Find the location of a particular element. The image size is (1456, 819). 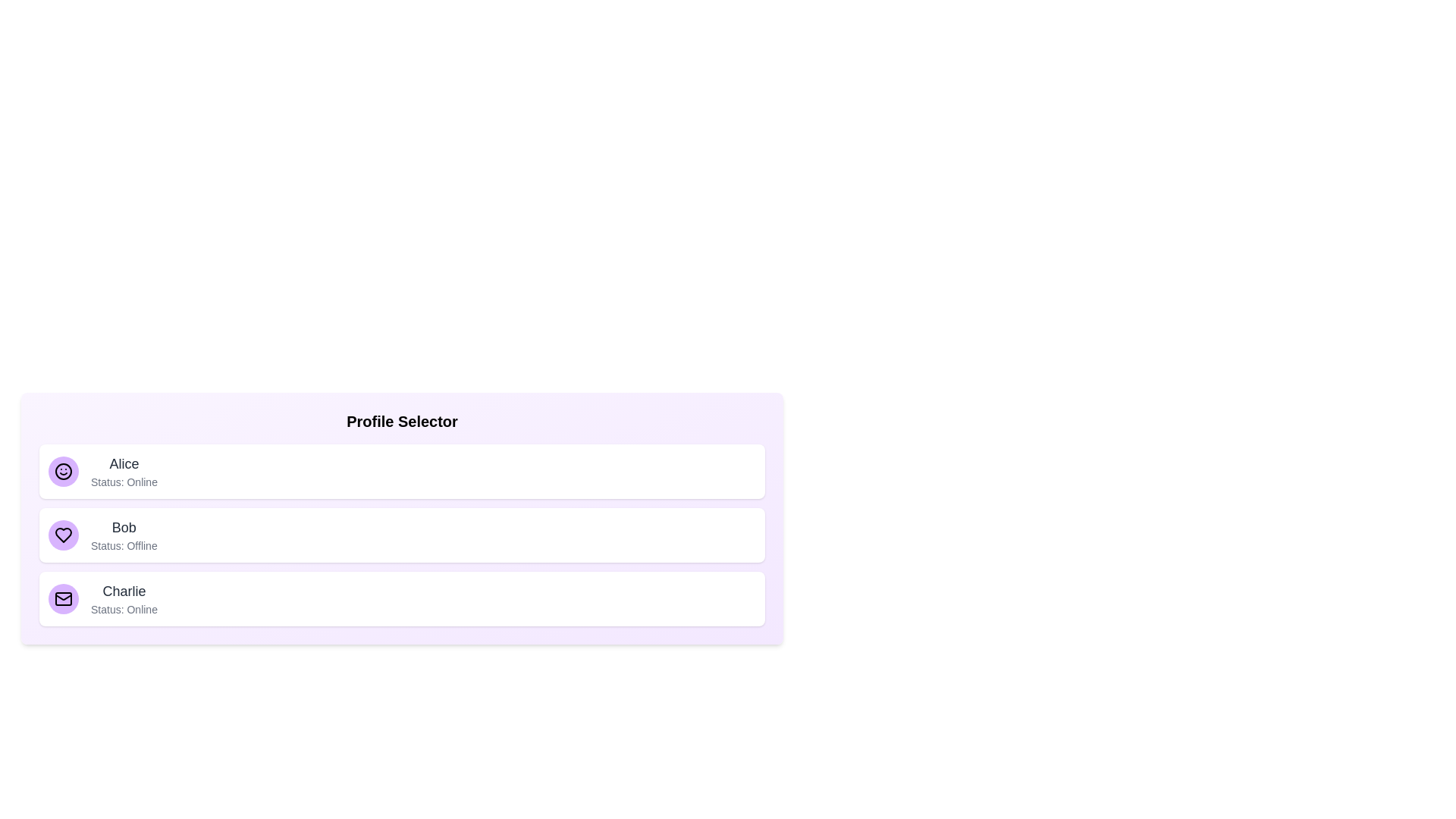

the profile named Alice to select it is located at coordinates (402, 470).